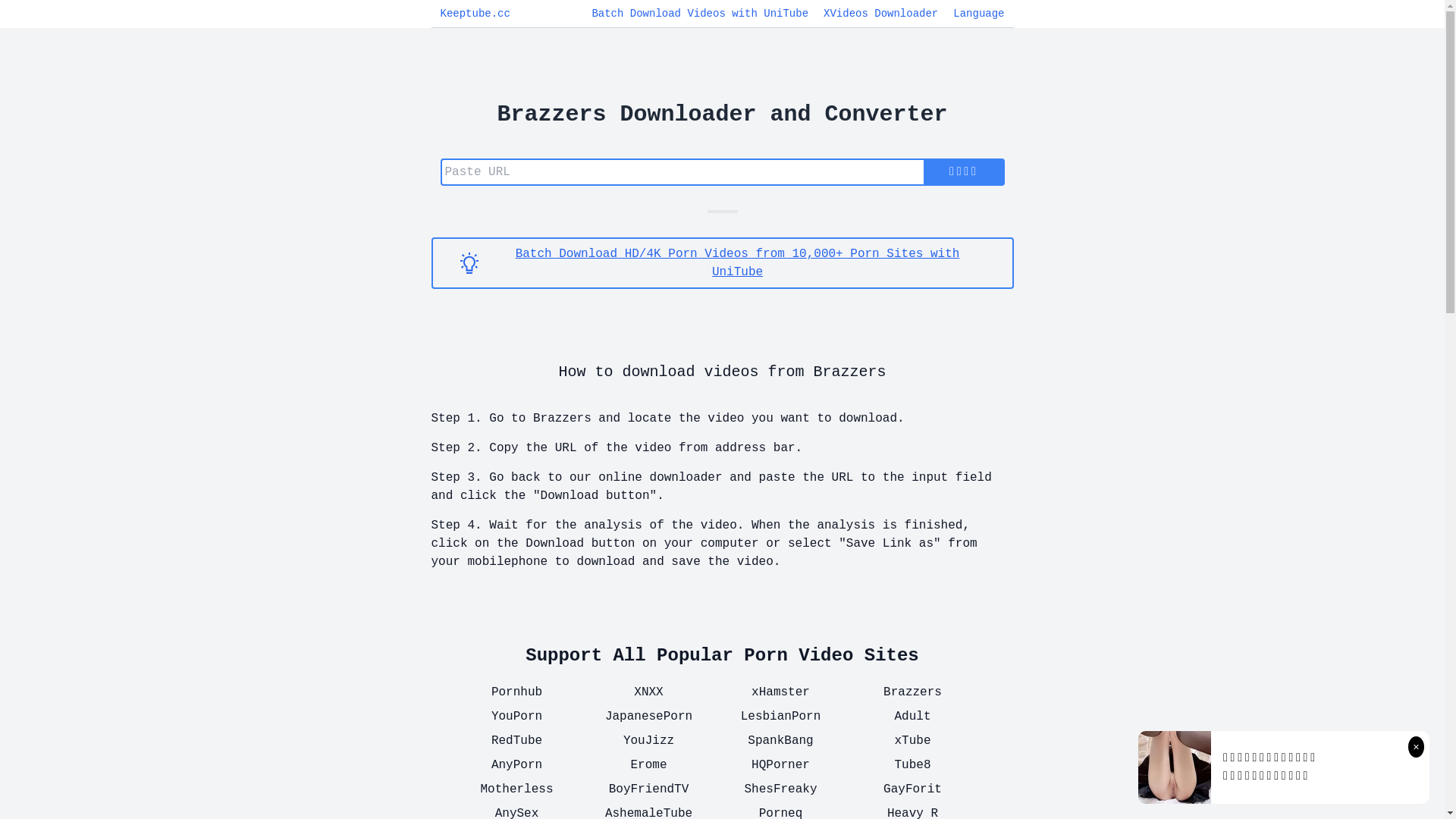 The height and width of the screenshot is (819, 1456). I want to click on 'XNXX', so click(648, 692).